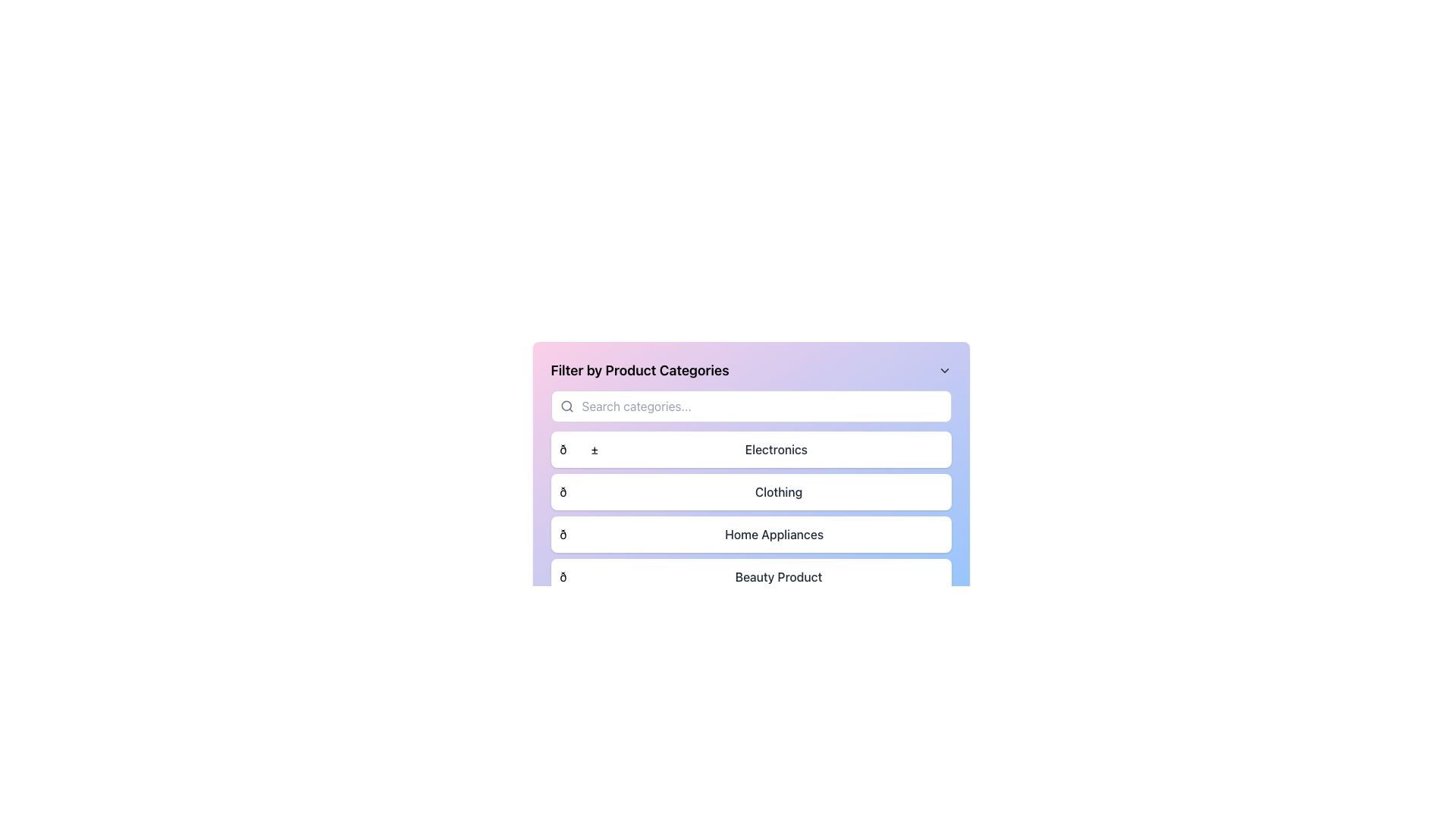 Image resolution: width=1456 pixels, height=819 pixels. Describe the element at coordinates (751, 449) in the screenshot. I see `the first selectable list item labeled 'Electronics'` at that location.